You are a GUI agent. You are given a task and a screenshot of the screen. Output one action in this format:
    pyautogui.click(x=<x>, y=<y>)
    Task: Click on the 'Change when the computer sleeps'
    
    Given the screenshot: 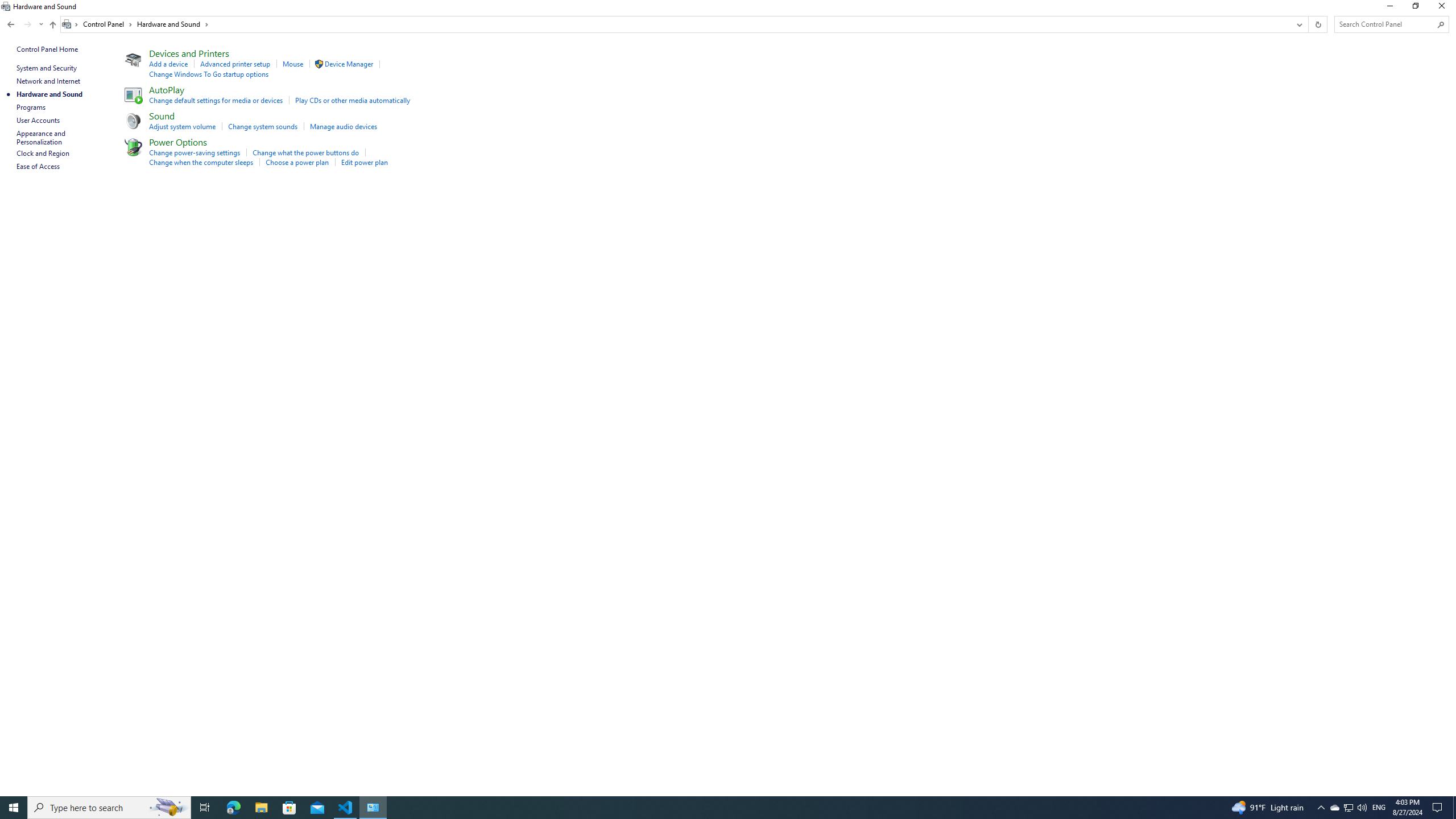 What is the action you would take?
    pyautogui.click(x=201, y=162)
    